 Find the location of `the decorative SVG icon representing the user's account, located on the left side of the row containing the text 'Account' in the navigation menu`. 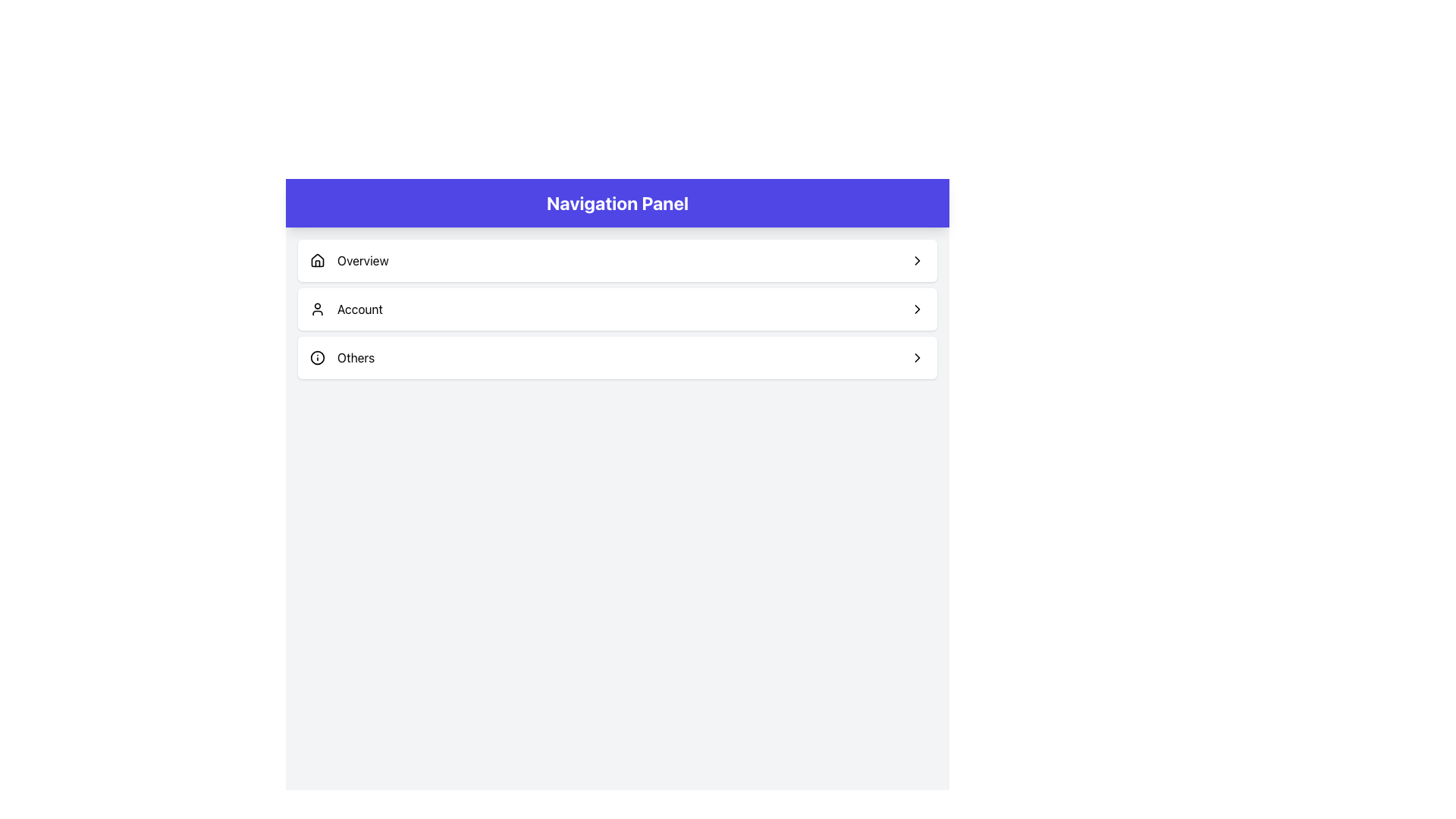

the decorative SVG icon representing the user's account, located on the left side of the row containing the text 'Account' in the navigation menu is located at coordinates (316, 309).